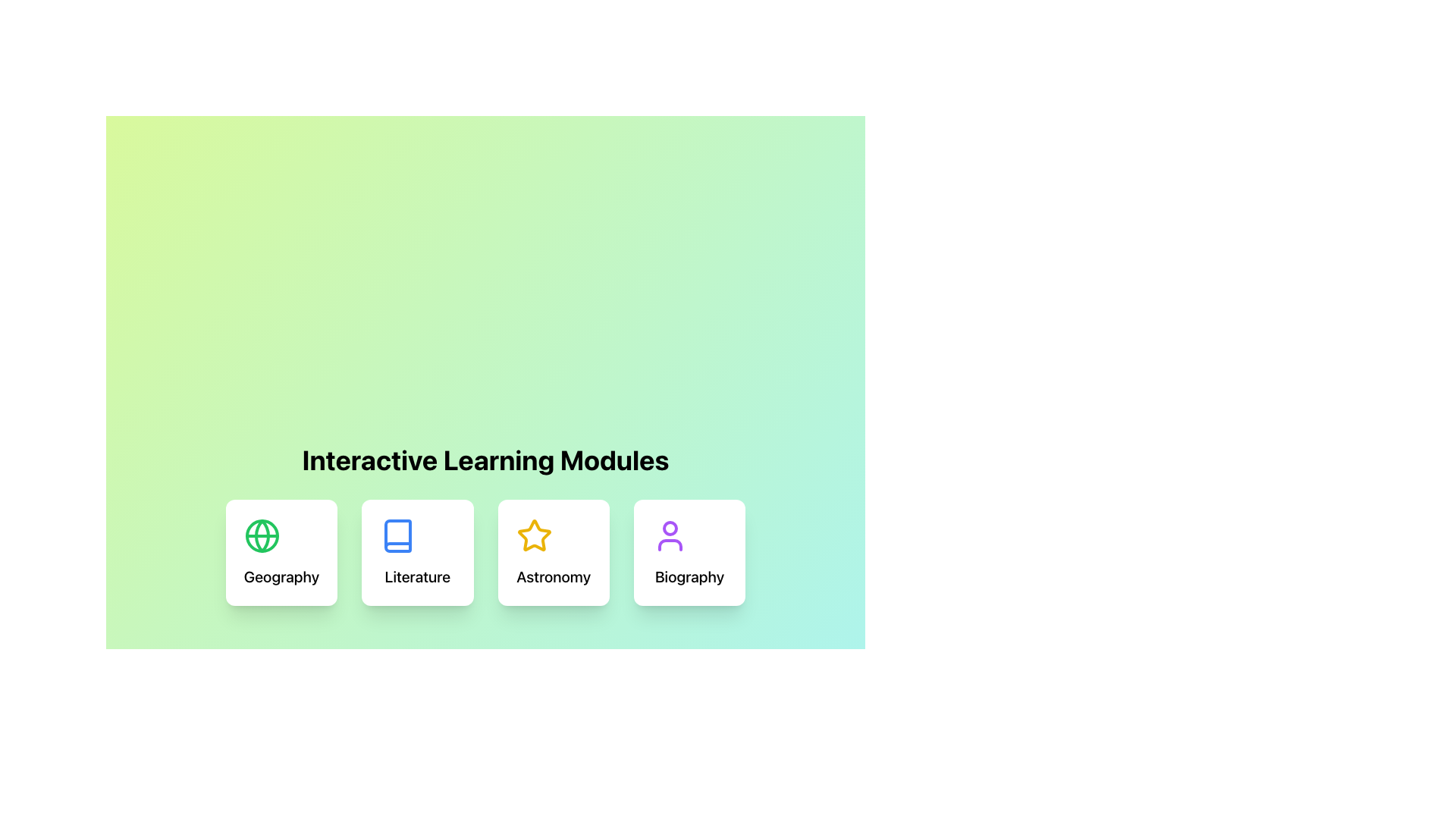 The width and height of the screenshot is (1456, 819). What do you see at coordinates (417, 576) in the screenshot?
I see `the text label that serves as a title for the interactive module about Literature, positioned directly below a blue book icon` at bounding box center [417, 576].